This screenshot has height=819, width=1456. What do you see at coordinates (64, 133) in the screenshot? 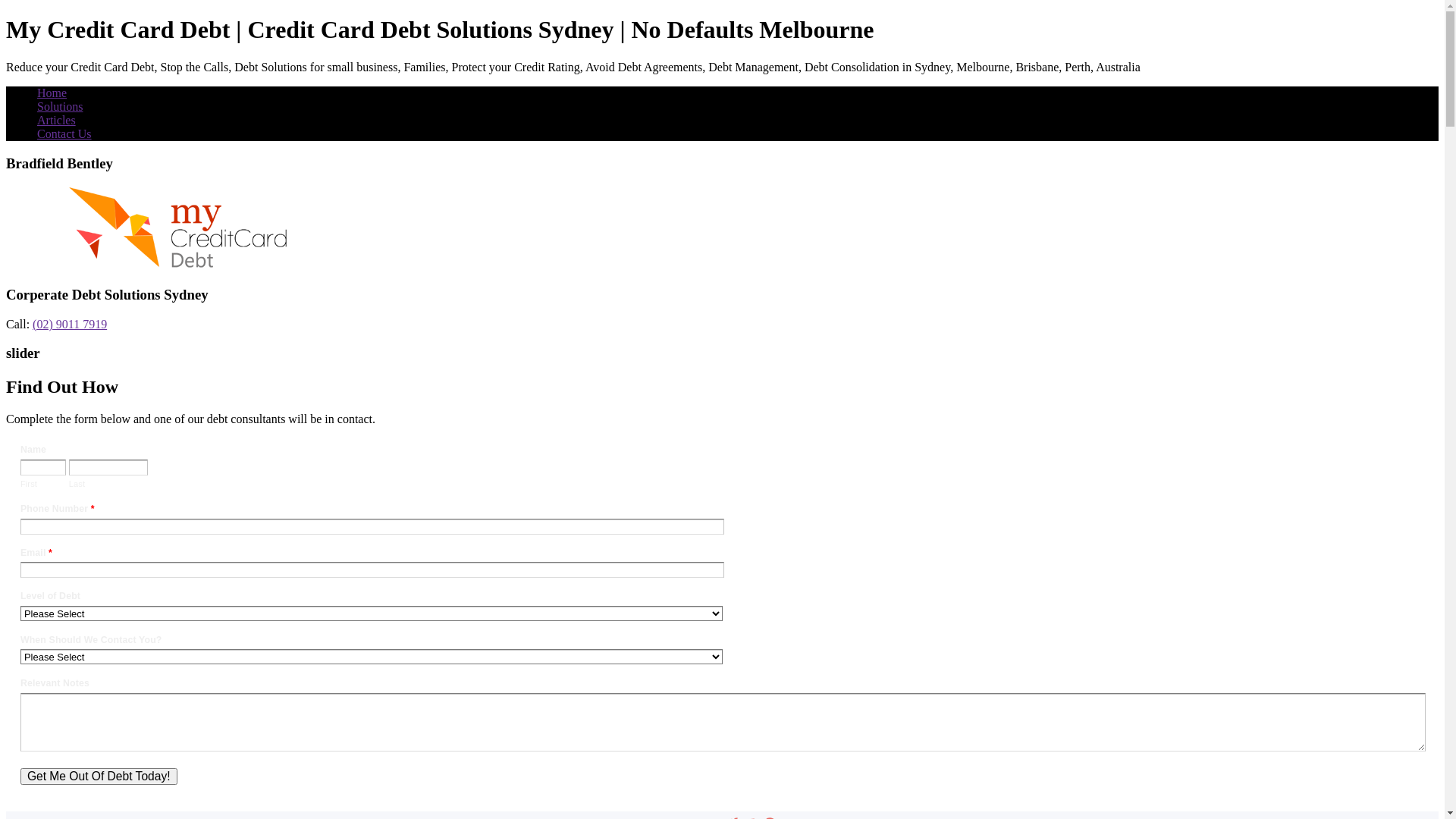
I see `'Contact Us'` at bounding box center [64, 133].